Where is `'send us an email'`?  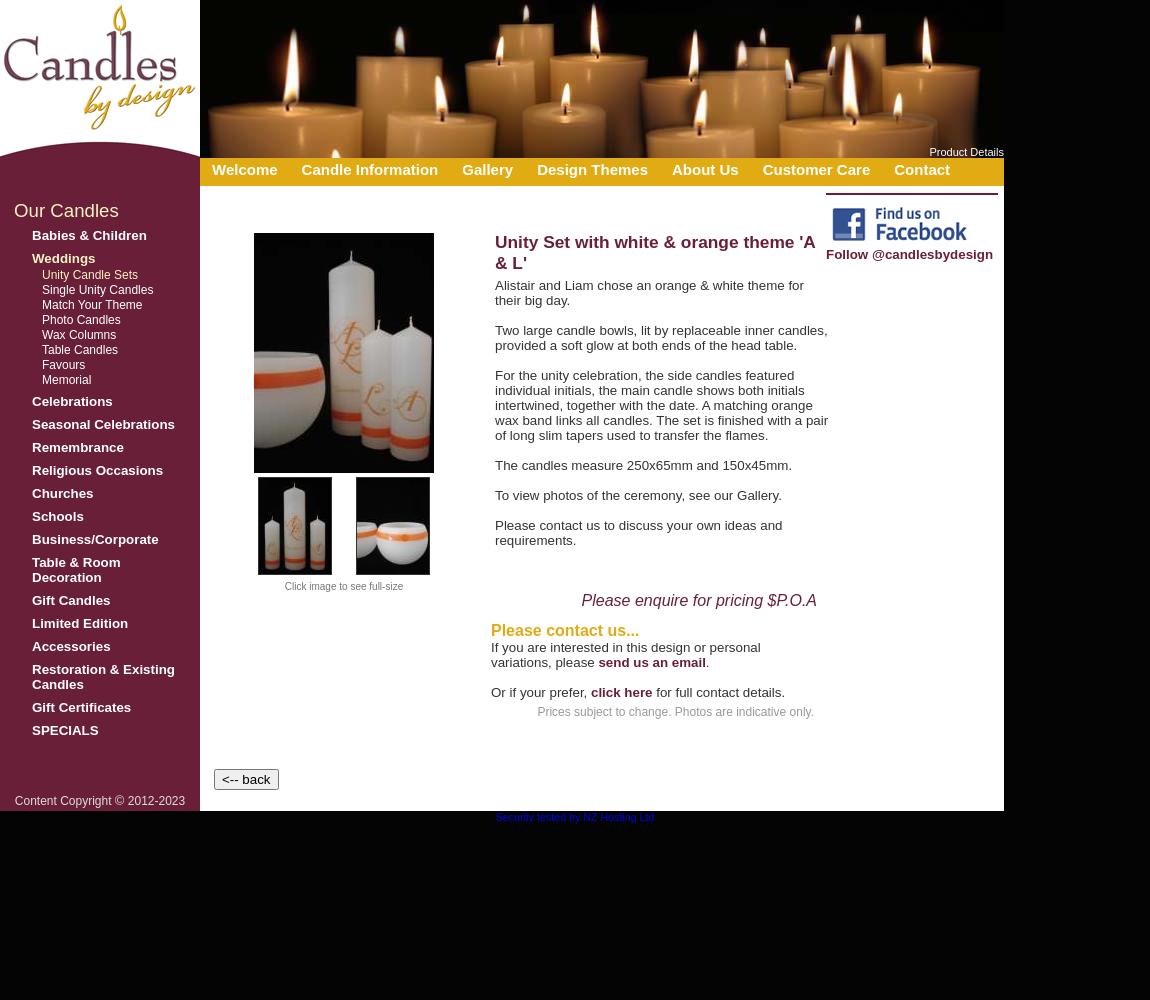 'send us an email' is located at coordinates (650, 662).